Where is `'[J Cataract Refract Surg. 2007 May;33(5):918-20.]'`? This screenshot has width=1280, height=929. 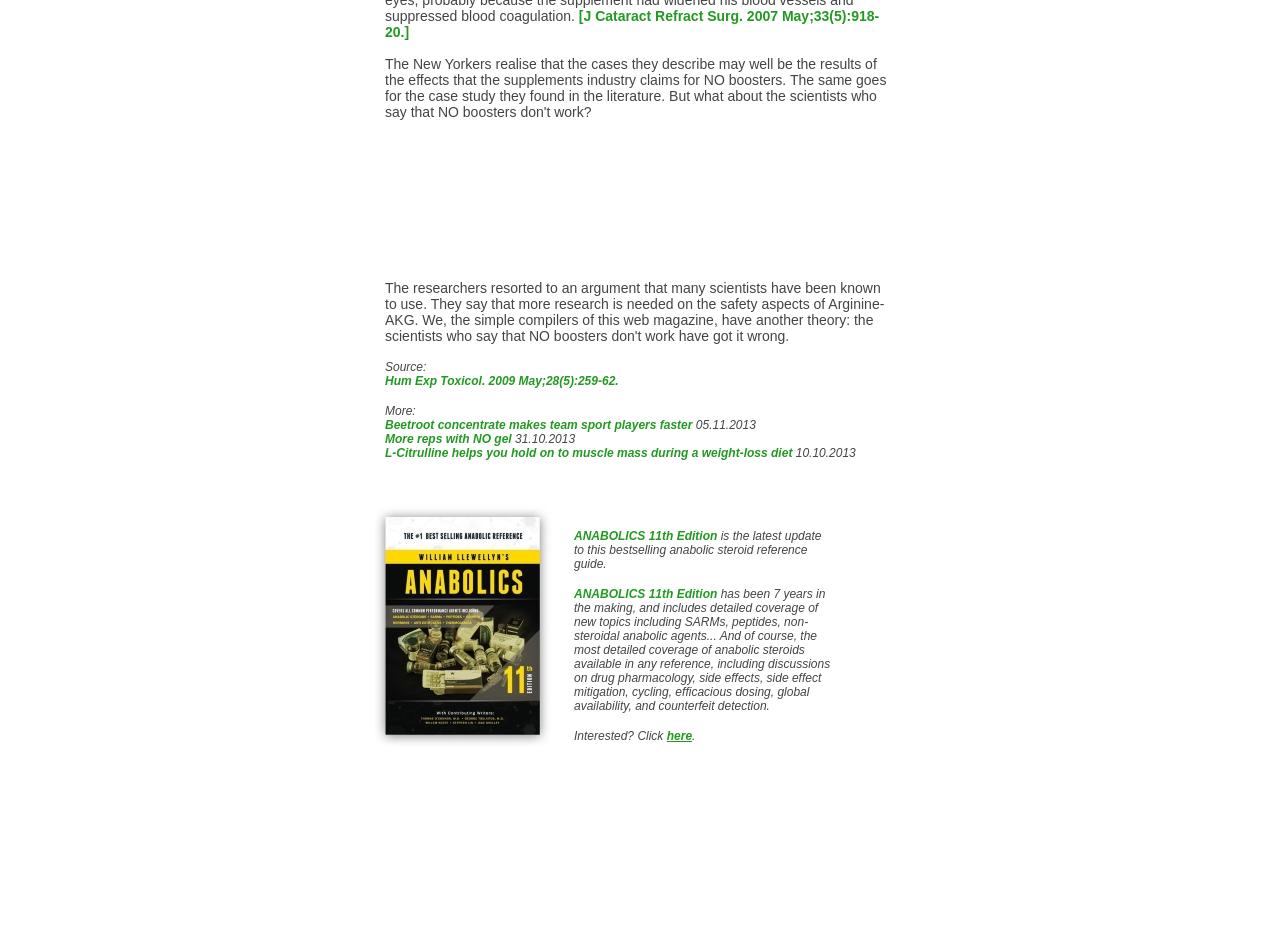 '[J Cataract Refract Surg. 2007 May;33(5):918-20.]' is located at coordinates (385, 22).